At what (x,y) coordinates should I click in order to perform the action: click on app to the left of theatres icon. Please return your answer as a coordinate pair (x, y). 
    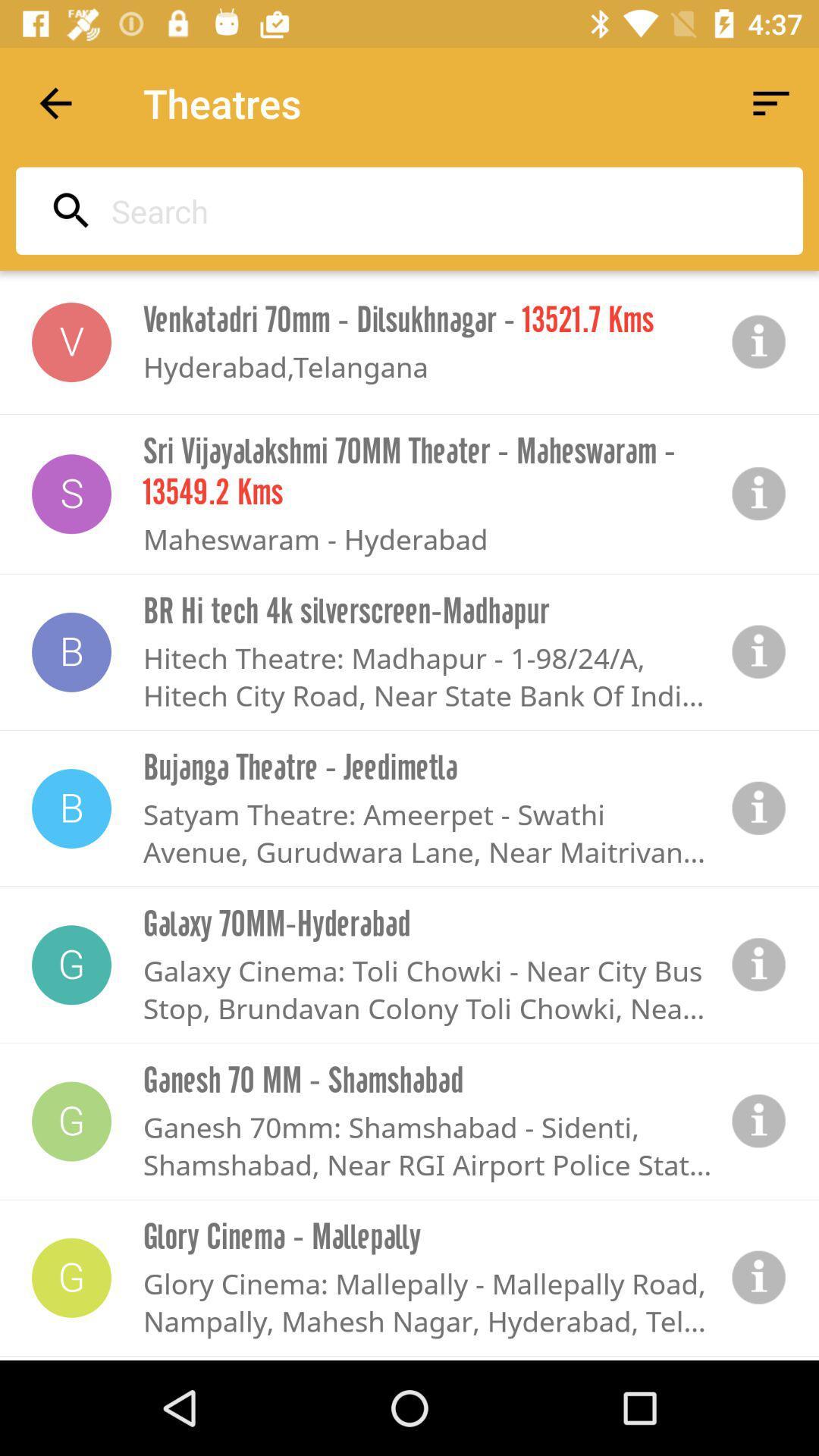
    Looking at the image, I should click on (55, 102).